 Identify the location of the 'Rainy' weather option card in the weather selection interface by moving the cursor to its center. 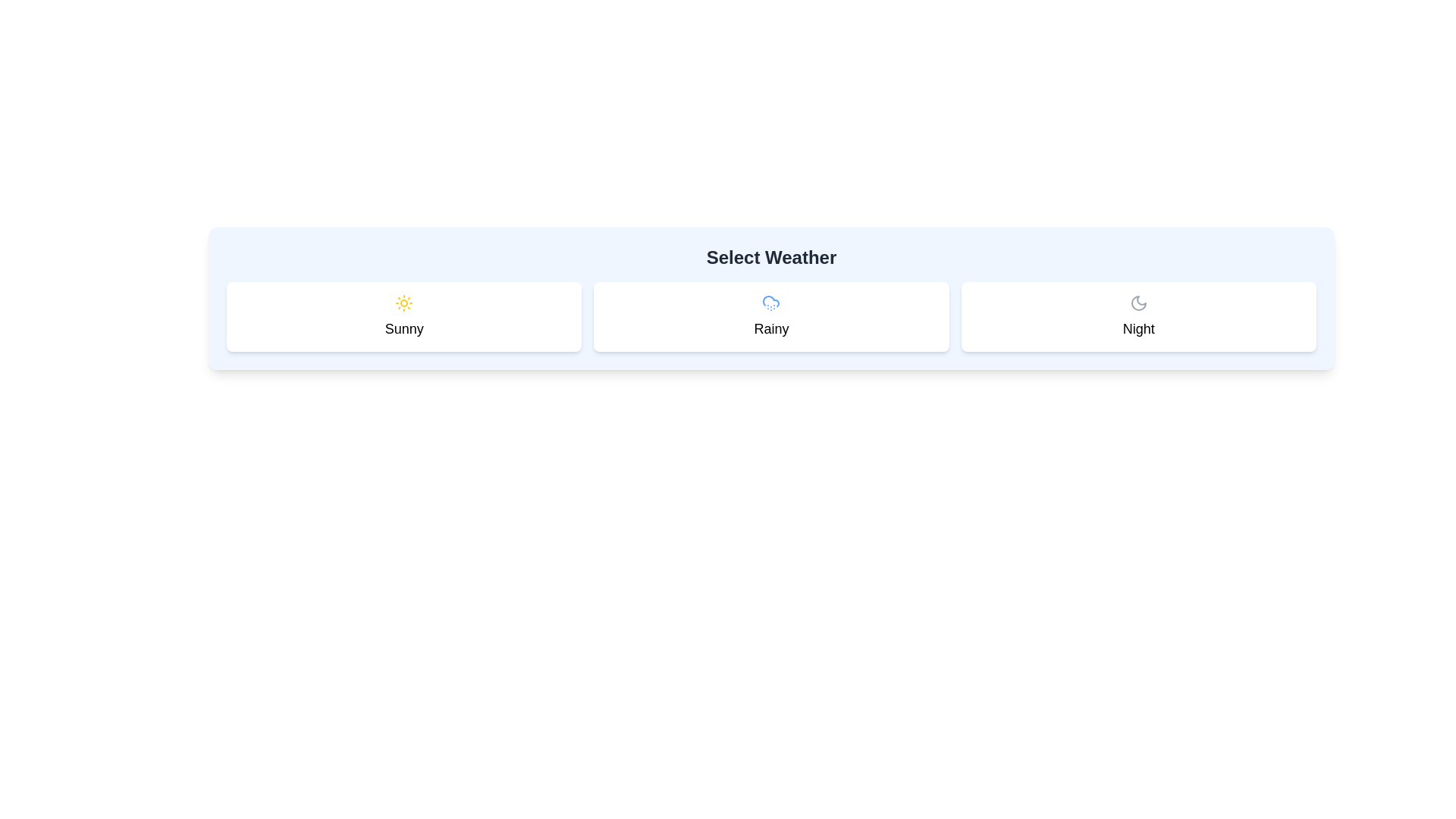
(771, 315).